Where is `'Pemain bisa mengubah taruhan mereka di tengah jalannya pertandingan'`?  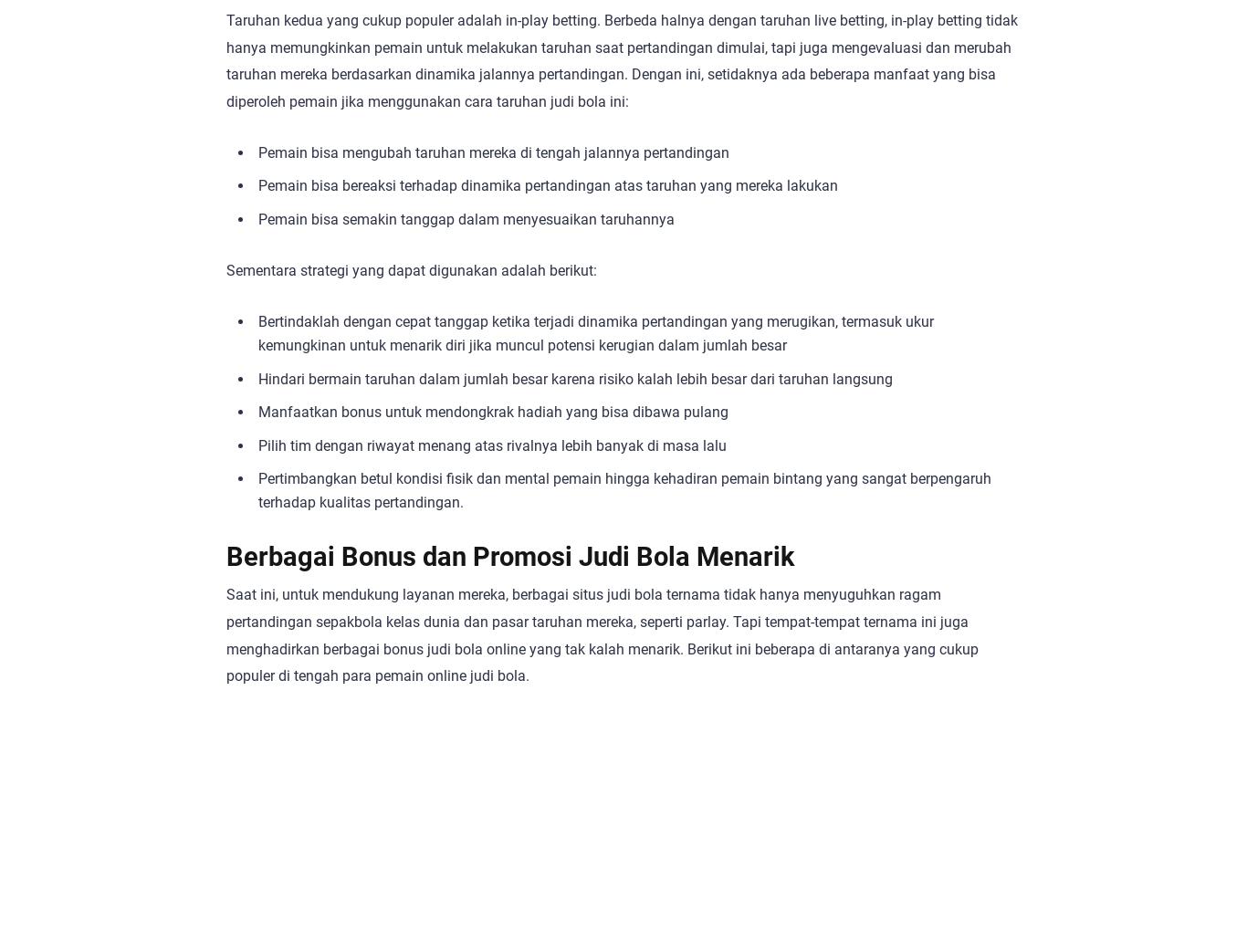 'Pemain bisa mengubah taruhan mereka di tengah jalannya pertandingan' is located at coordinates (493, 151).